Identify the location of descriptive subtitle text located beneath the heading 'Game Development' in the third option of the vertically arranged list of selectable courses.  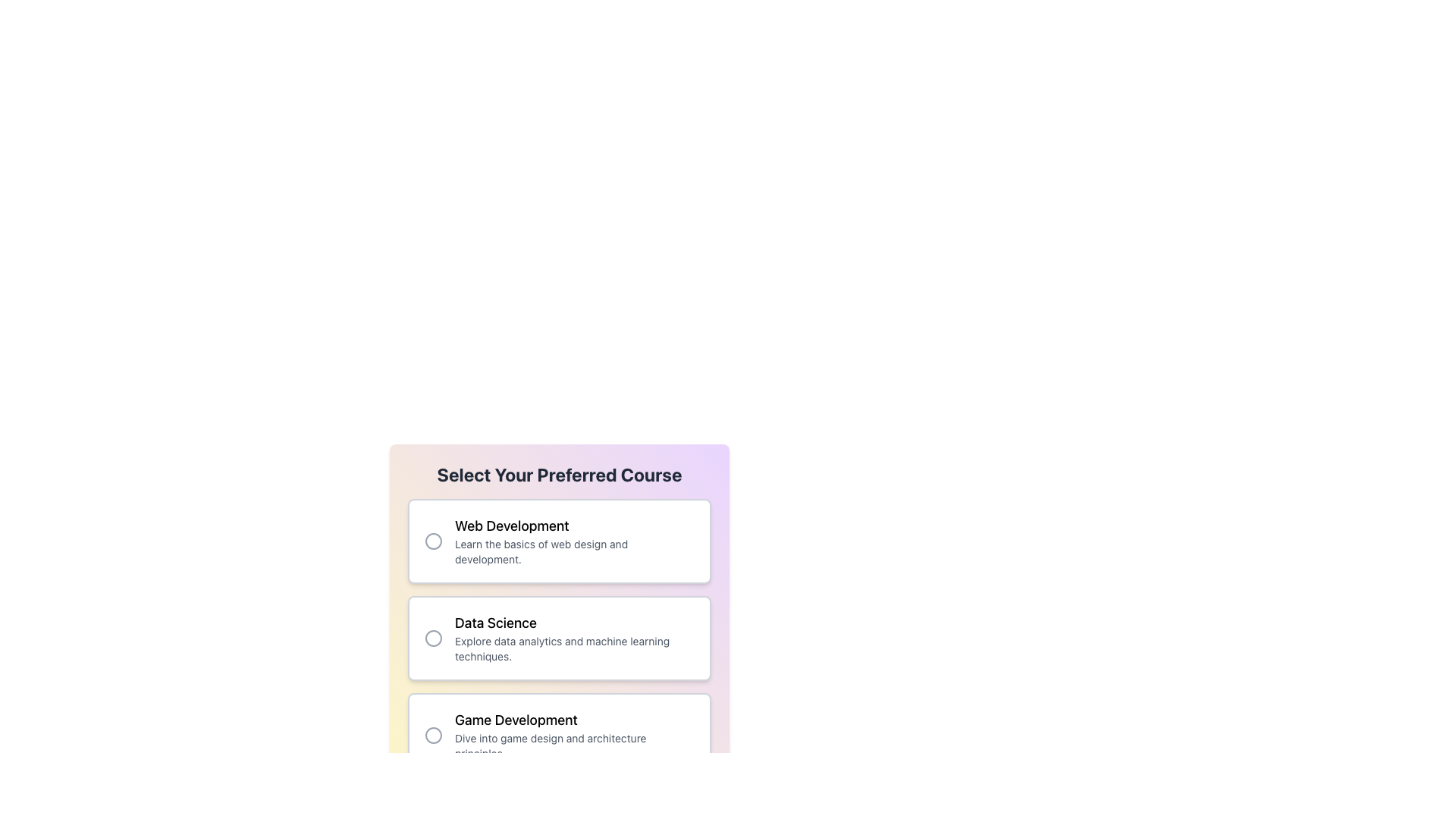
(574, 745).